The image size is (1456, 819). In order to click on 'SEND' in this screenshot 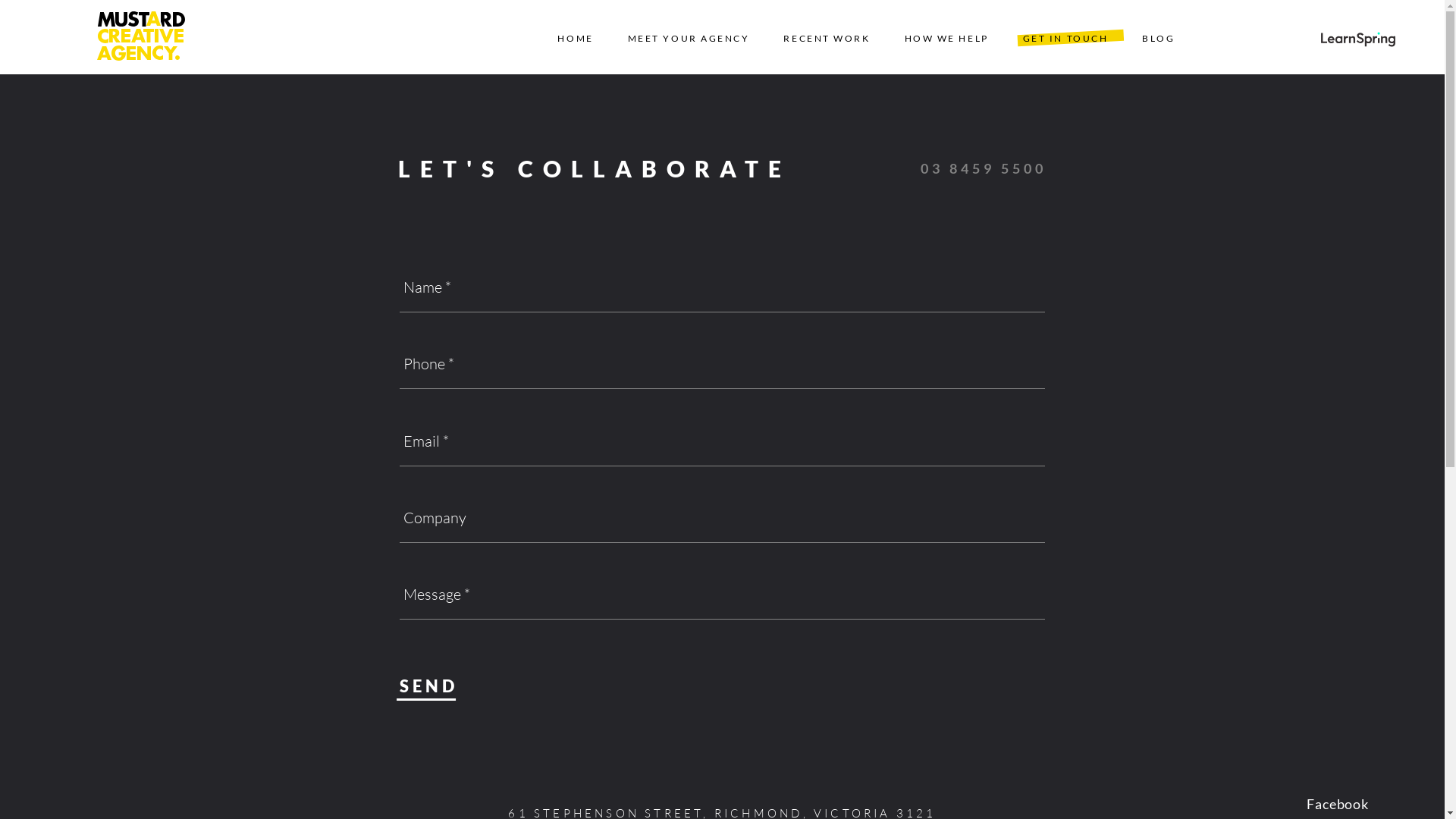, I will do `click(400, 686)`.